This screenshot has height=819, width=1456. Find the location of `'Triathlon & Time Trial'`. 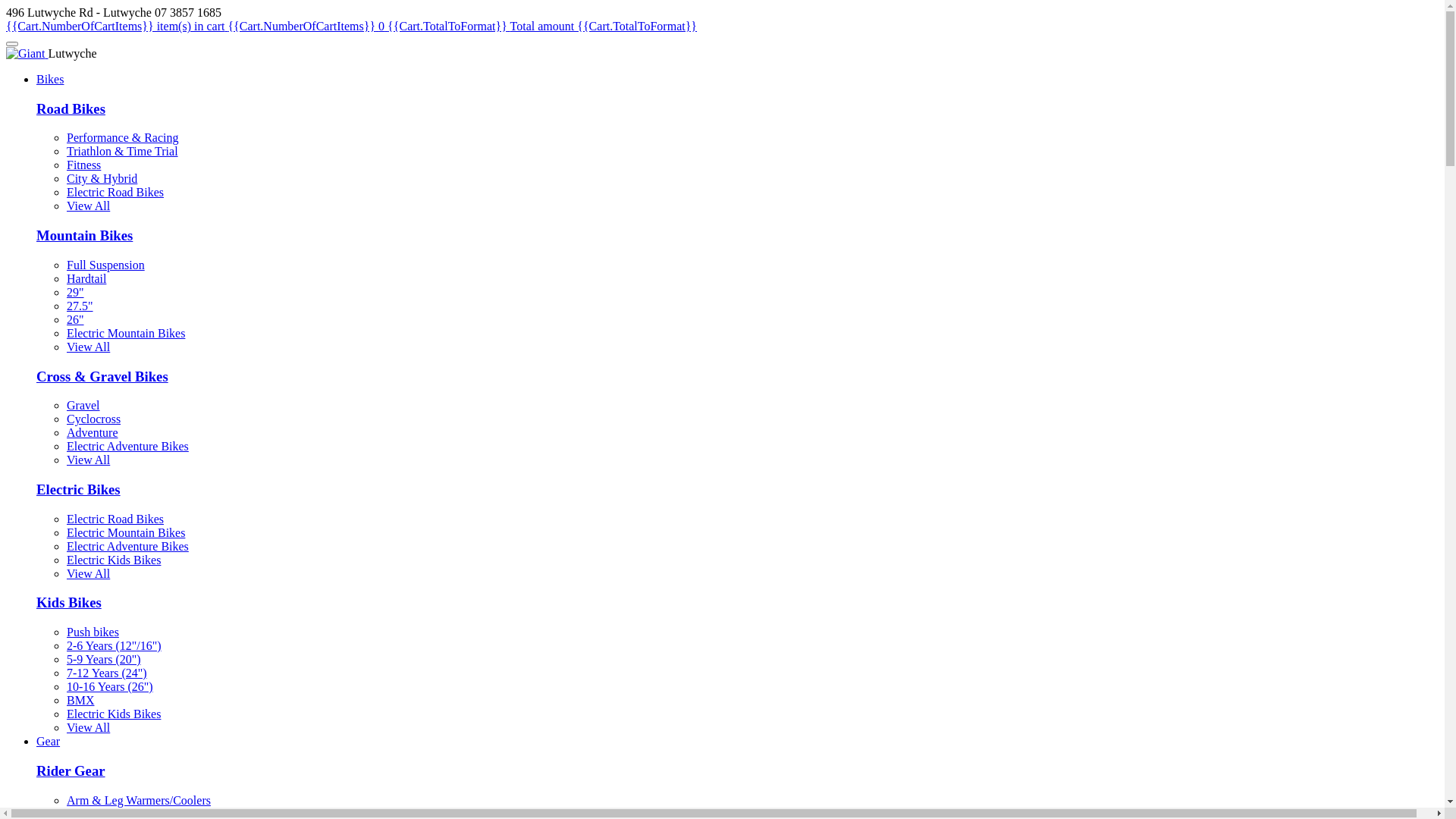

'Triathlon & Time Trial' is located at coordinates (122, 151).